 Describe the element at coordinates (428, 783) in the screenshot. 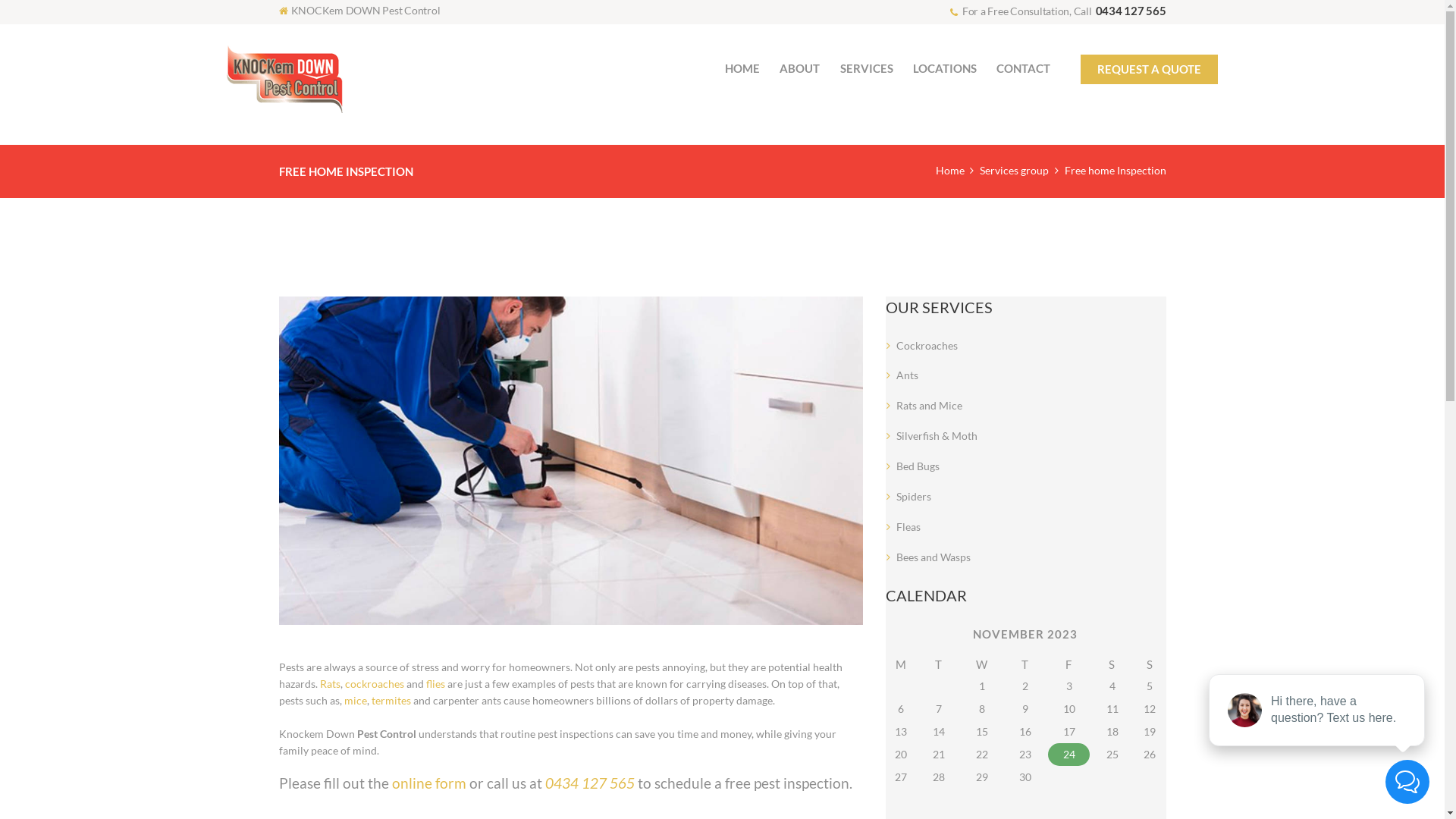

I see `'online form'` at that location.